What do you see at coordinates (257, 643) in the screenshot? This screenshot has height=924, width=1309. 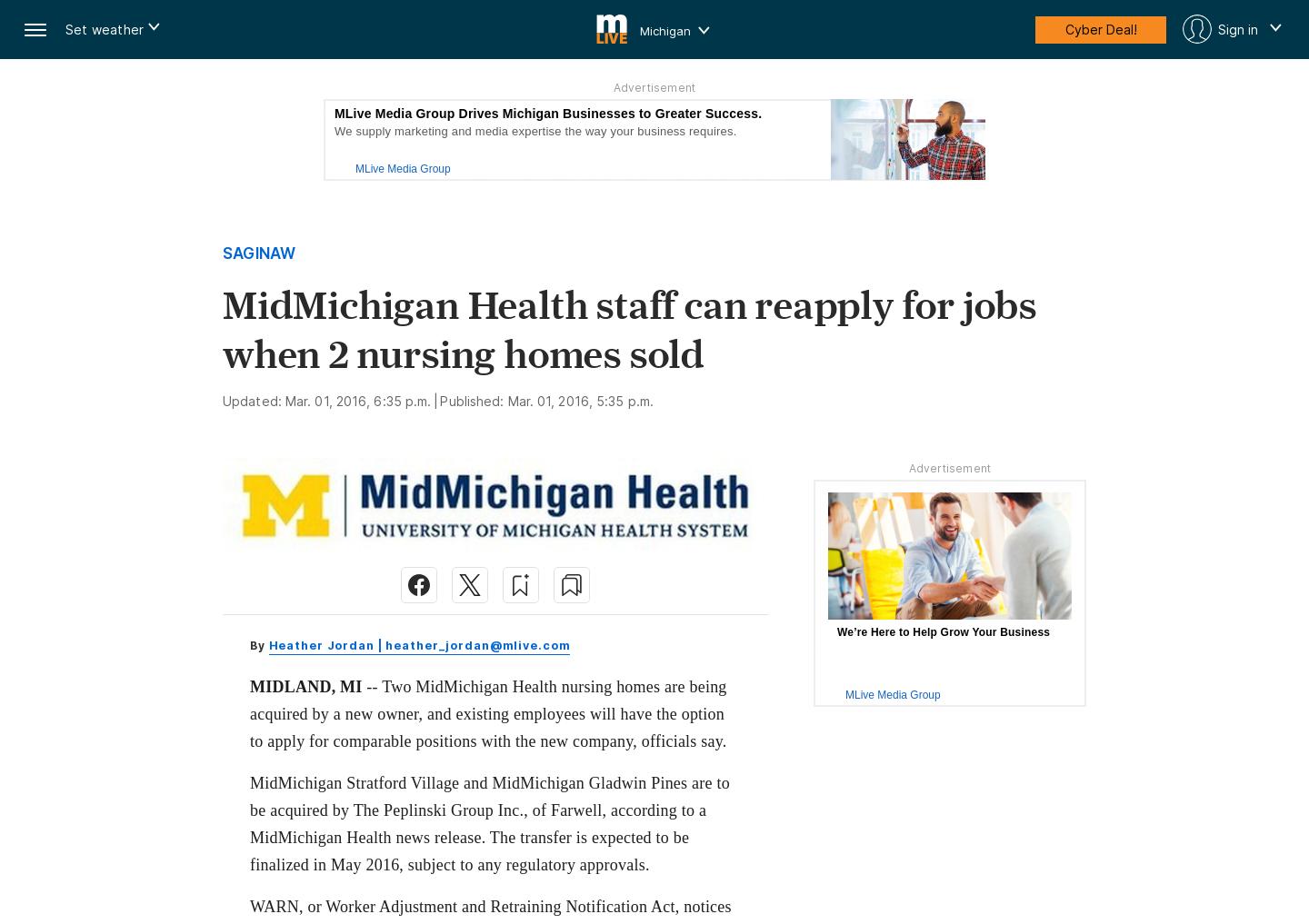 I see `'By'` at bounding box center [257, 643].